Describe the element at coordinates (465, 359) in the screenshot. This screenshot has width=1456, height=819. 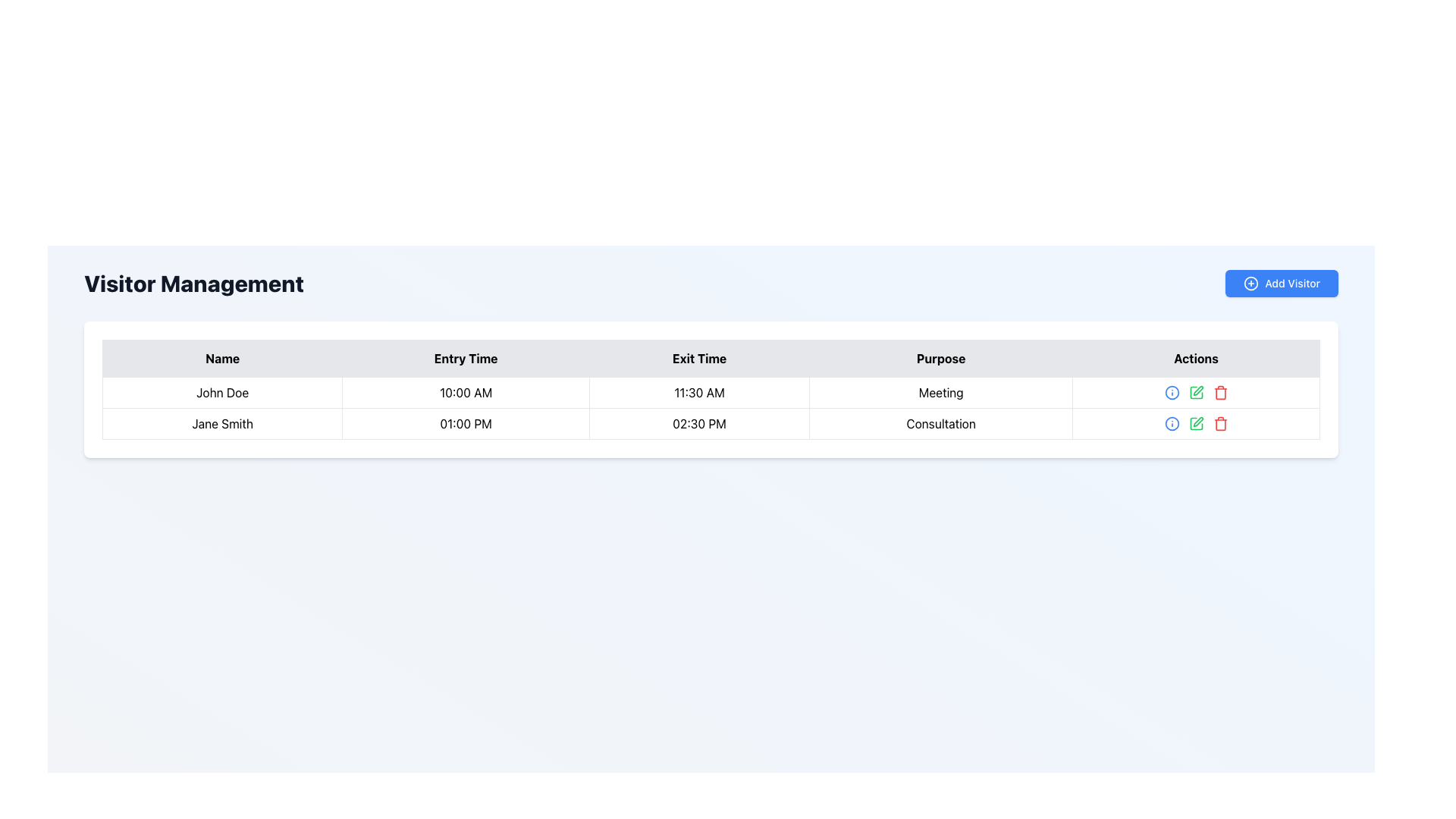
I see `the 'Entry Time' column header in the table, which is the second column header located between 'Name' and 'Exit Time'` at that location.